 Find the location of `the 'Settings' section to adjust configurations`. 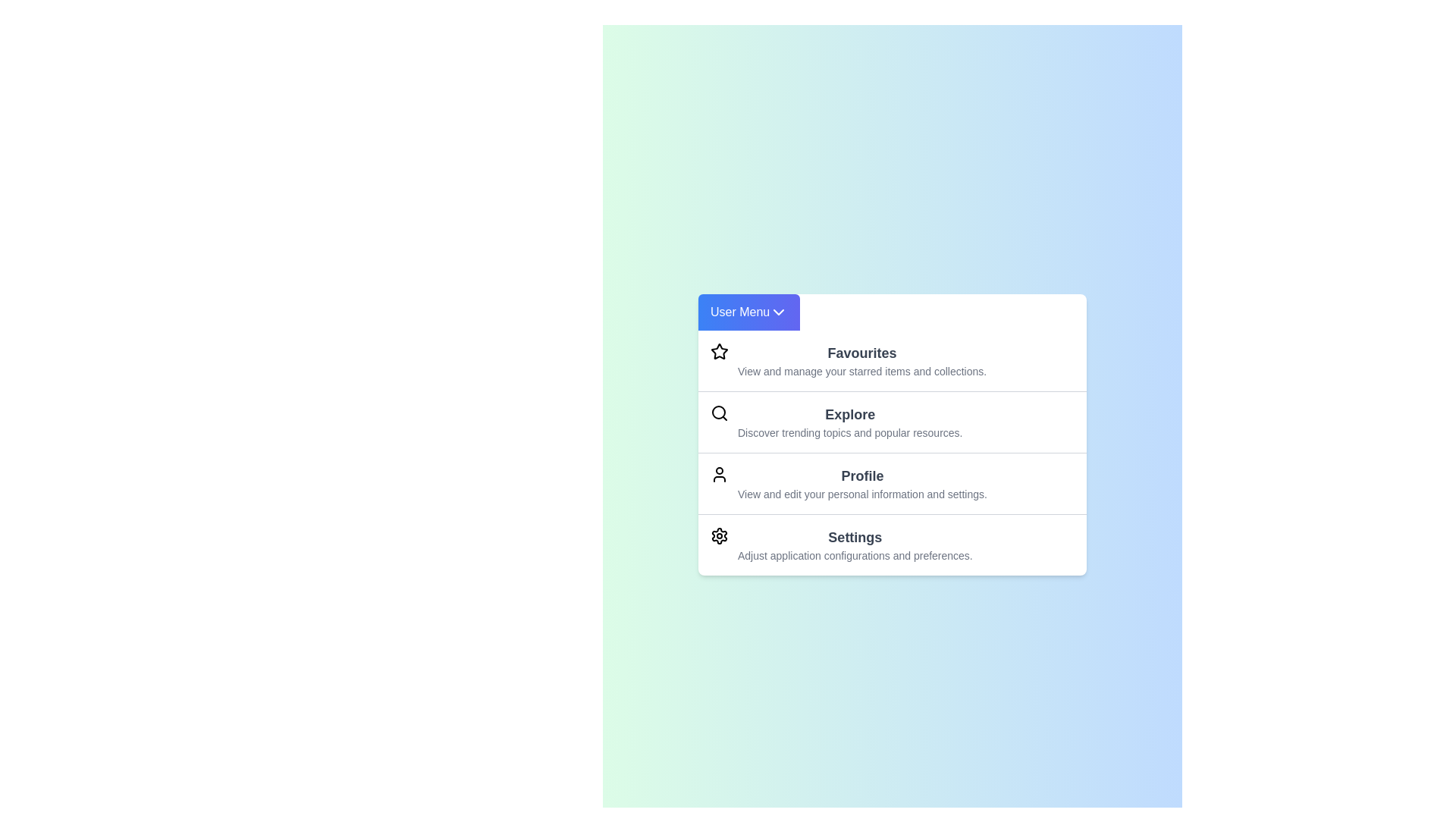

the 'Settings' section to adjust configurations is located at coordinates (855, 543).